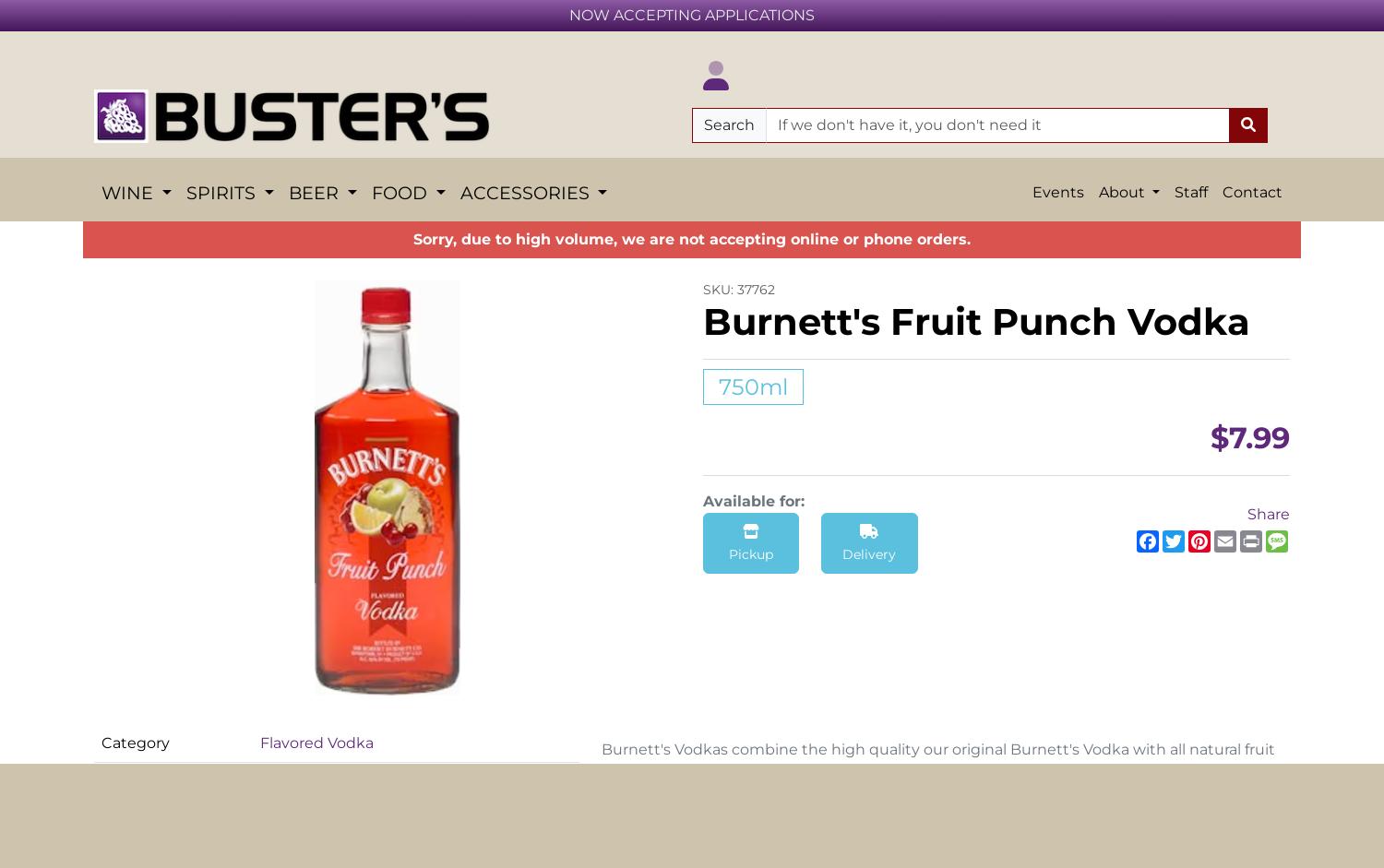 This screenshot has height=868, width=1384. Describe the element at coordinates (692, 287) in the screenshot. I see `'Curbside Pickup and Local Delivery available.'` at that location.